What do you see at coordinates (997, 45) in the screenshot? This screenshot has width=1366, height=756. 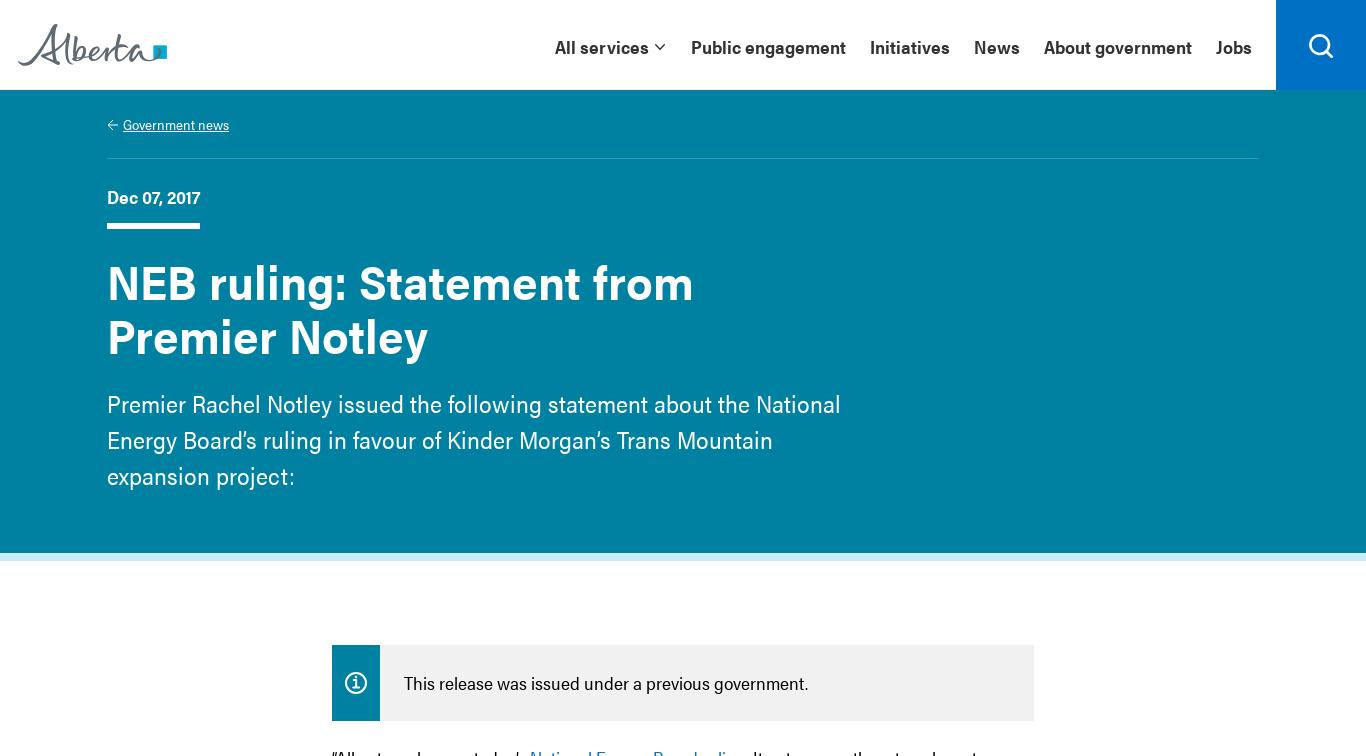 I see `'News'` at bounding box center [997, 45].